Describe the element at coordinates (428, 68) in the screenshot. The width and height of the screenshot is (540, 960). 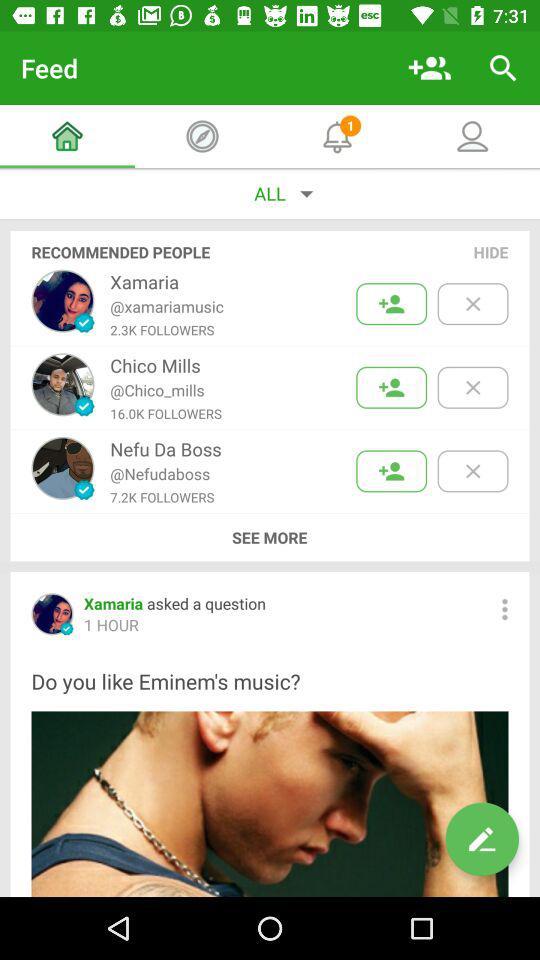
I see `icon to the right of the feed item` at that location.